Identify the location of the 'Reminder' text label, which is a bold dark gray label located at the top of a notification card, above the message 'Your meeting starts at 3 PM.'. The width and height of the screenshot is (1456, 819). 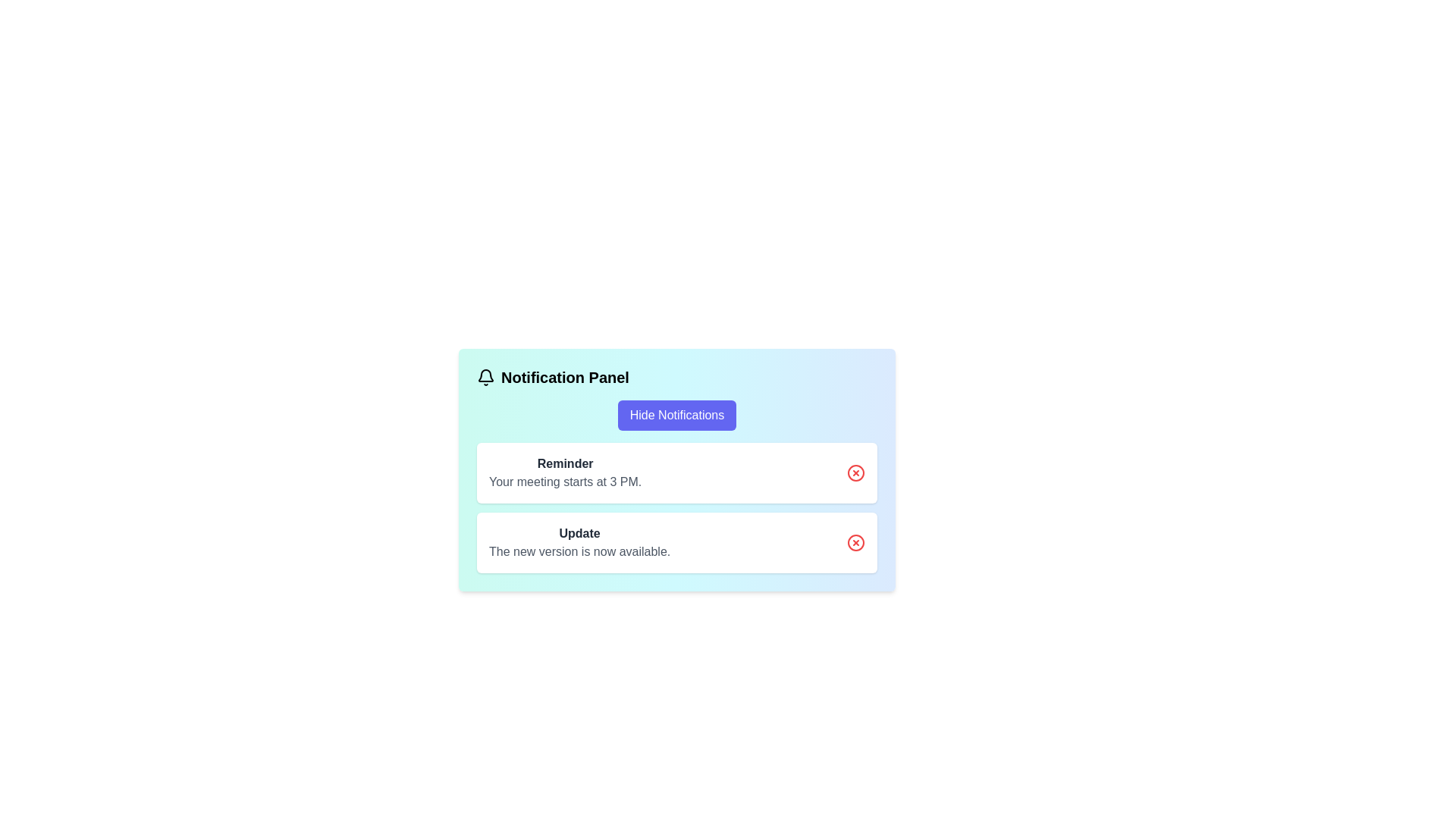
(564, 463).